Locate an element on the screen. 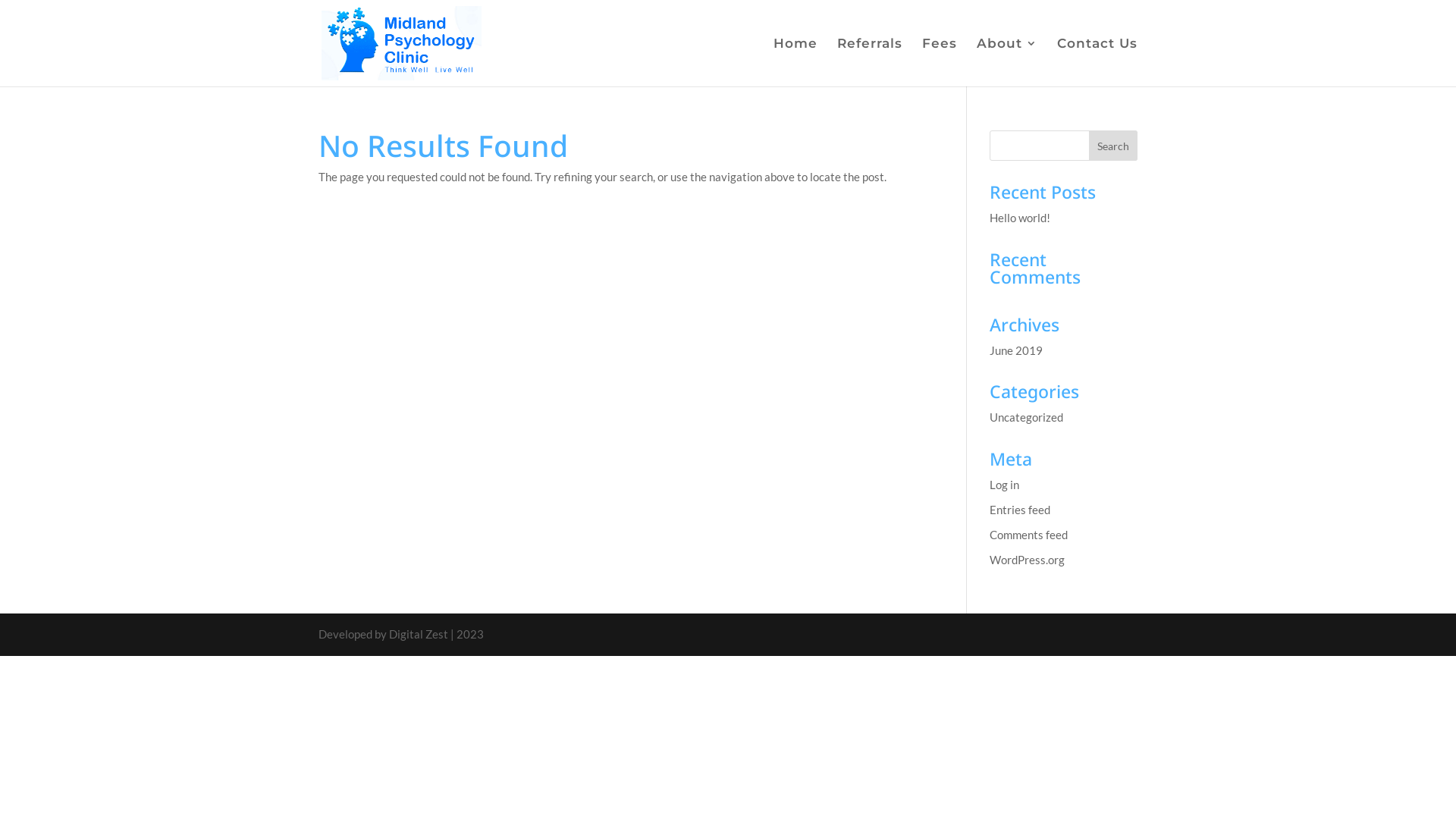 Image resolution: width=1456 pixels, height=819 pixels. 'About' is located at coordinates (1007, 61).